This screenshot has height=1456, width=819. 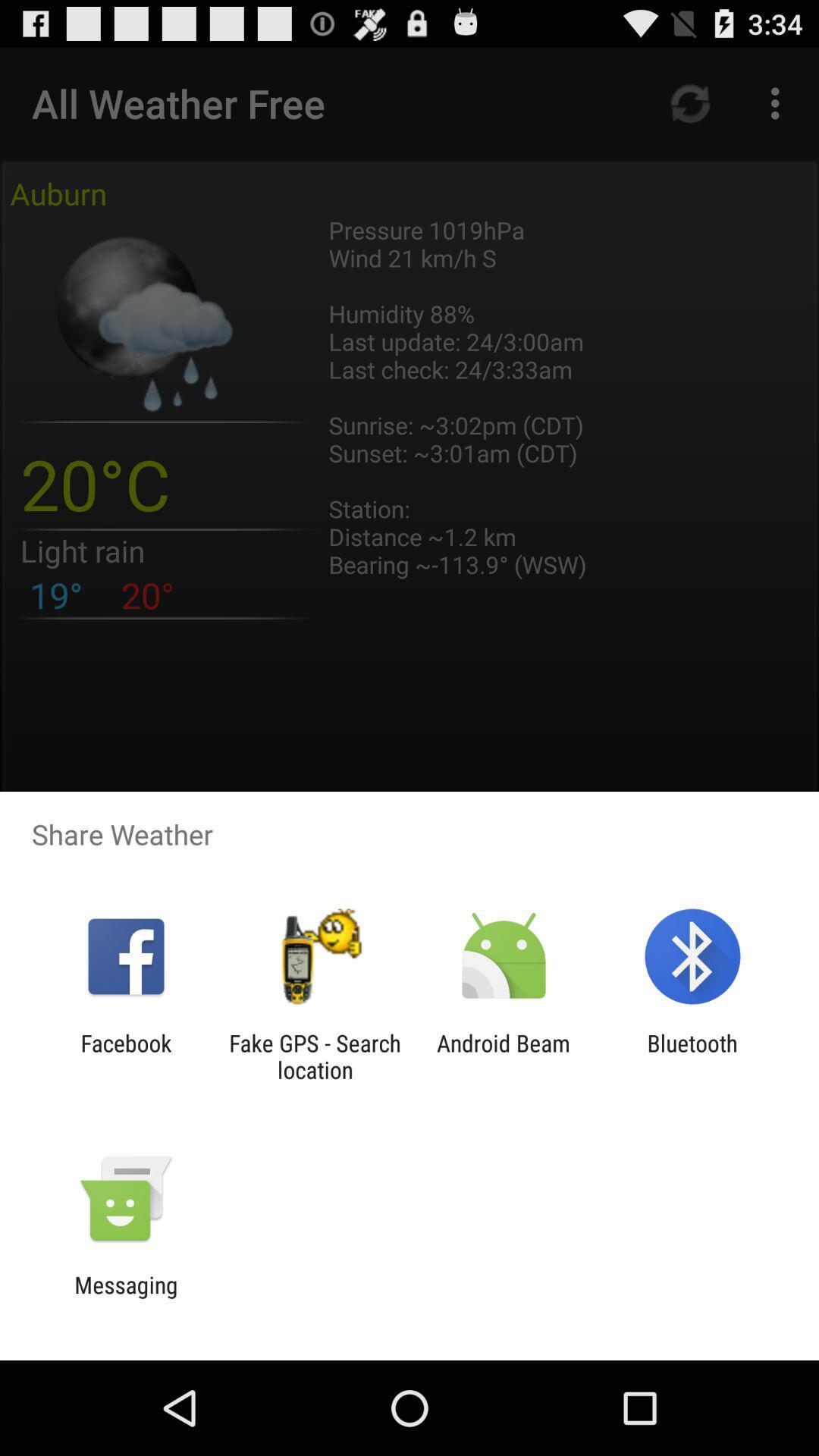 I want to click on the item next to bluetooth, so click(x=504, y=1056).